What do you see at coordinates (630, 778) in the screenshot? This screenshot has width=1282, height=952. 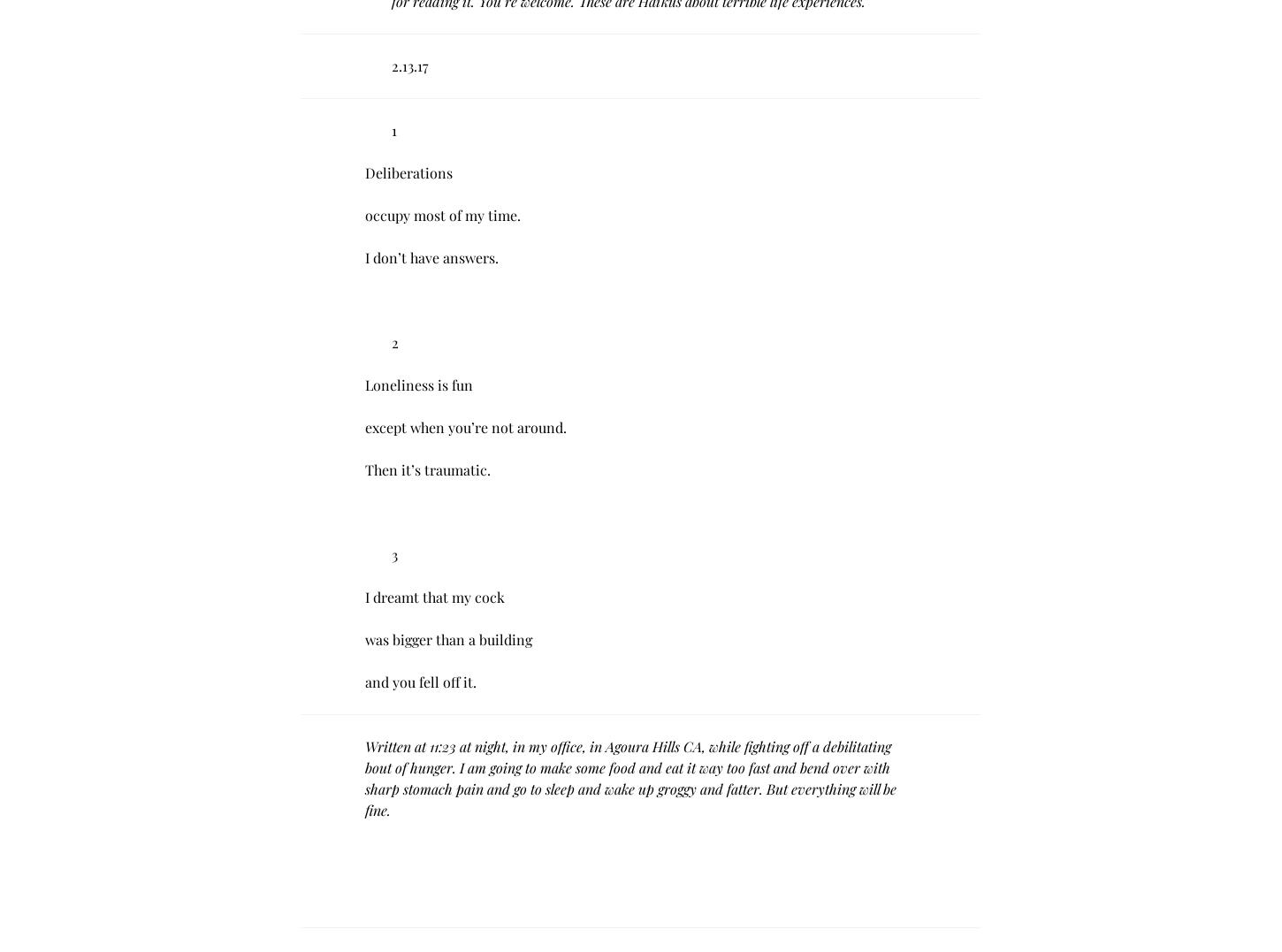 I see `'Written at 11:23 at night, in my office, in Agoura Hills CA, while fighting off a debilitating bout of hunger. I am going to make some food and eat it way too fast and bend over with sharp stomach pain and go to sleep and wake up groggy and fatter. But everything will be fine.'` at bounding box center [630, 778].